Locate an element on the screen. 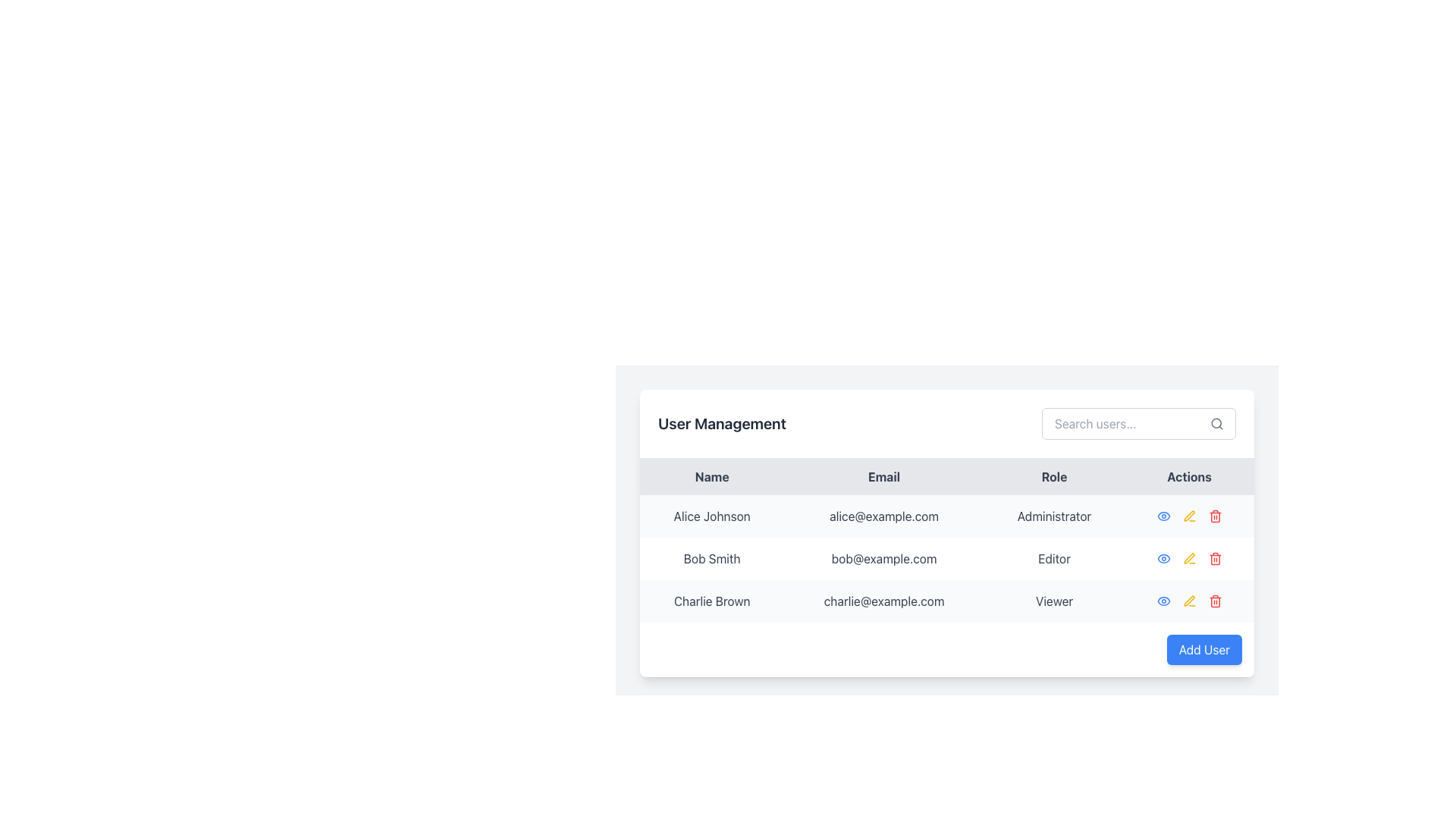  the eye-shaped icon button with a blue color scheme located in the 'Actions' column of the first user row in the user management interface to potentially display a tooltip is located at coordinates (1163, 601).